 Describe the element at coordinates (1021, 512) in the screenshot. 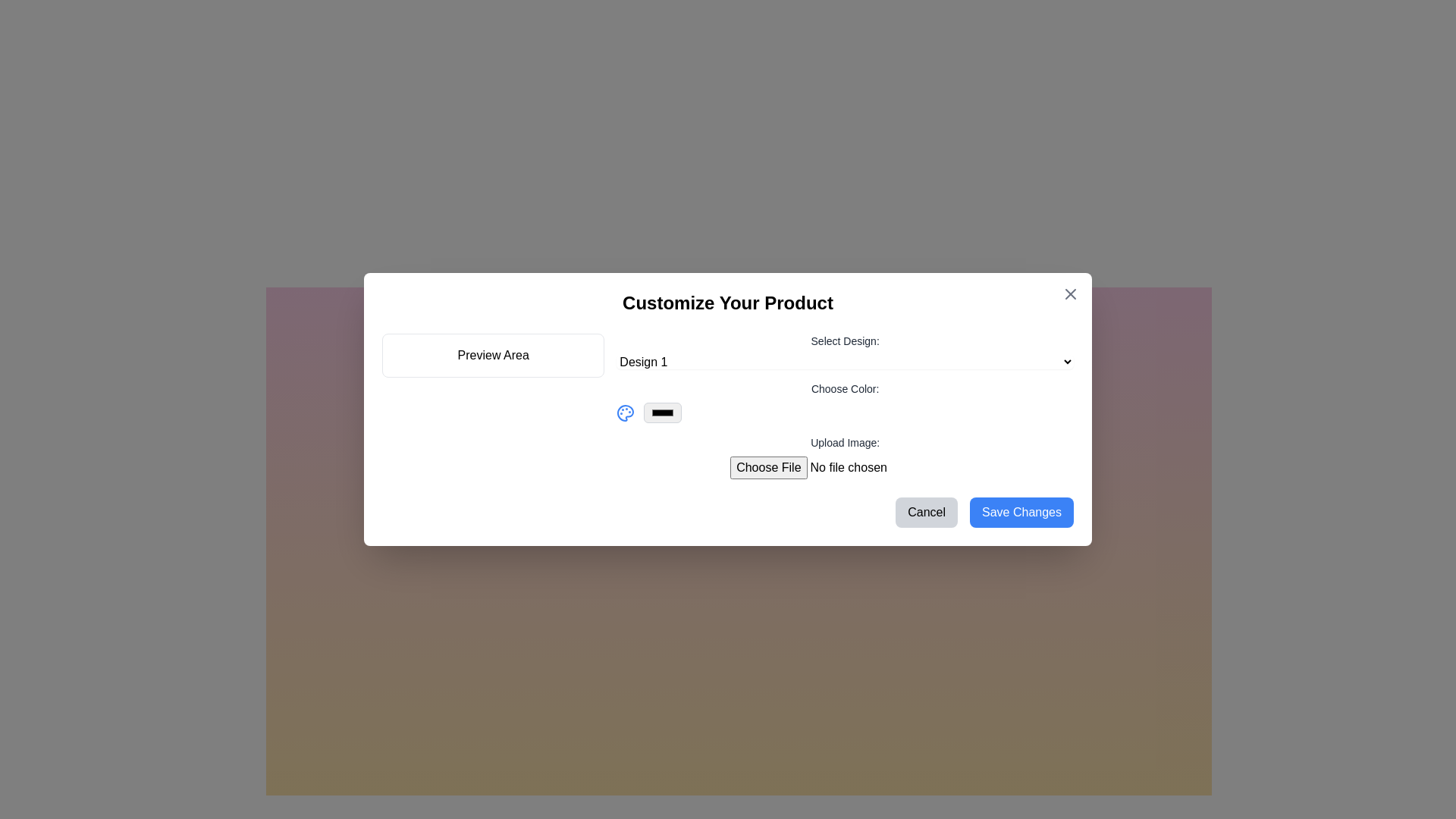

I see `the 'Save Changes' button, which is a blue rectangular button with white text, located at the bottom-right of the dialog interface` at that location.